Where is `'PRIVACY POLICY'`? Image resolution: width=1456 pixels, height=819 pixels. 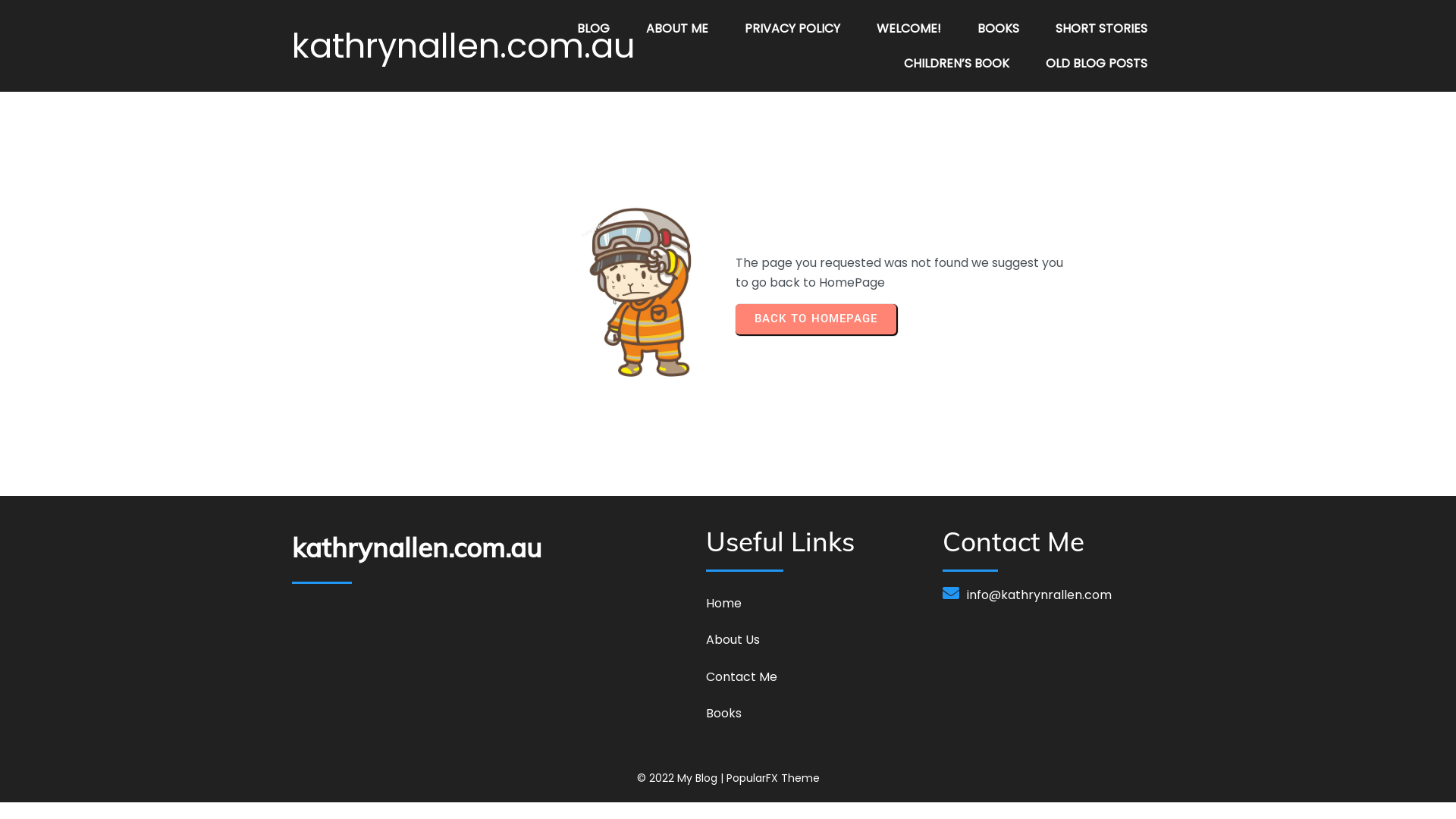
'PRIVACY POLICY' is located at coordinates (792, 29).